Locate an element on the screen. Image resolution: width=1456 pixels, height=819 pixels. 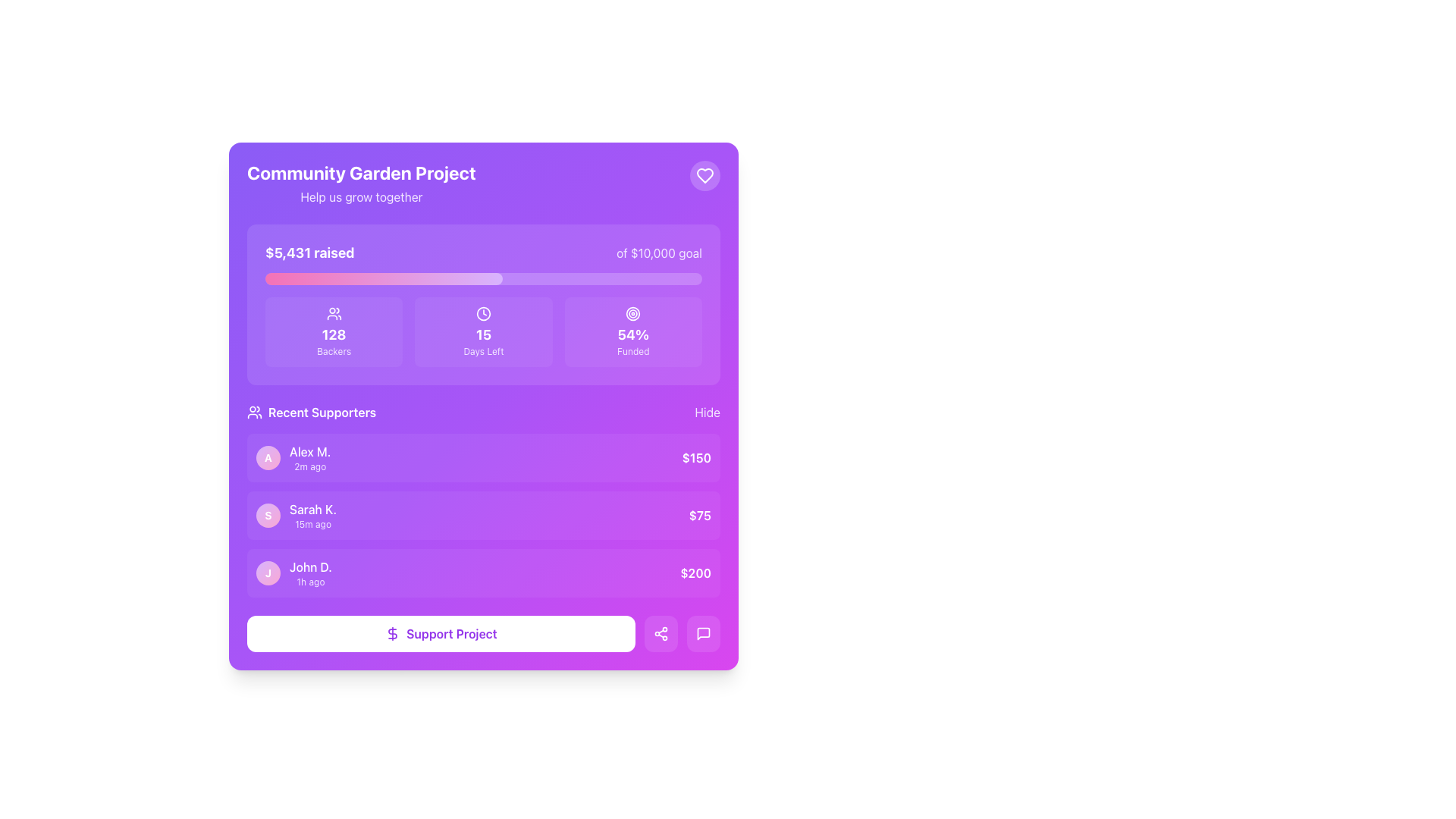
the 'Support Project' button, which has rounded edges, a white background, and purple text, located at the bottom of a purple-themed interface is located at coordinates (440, 634).